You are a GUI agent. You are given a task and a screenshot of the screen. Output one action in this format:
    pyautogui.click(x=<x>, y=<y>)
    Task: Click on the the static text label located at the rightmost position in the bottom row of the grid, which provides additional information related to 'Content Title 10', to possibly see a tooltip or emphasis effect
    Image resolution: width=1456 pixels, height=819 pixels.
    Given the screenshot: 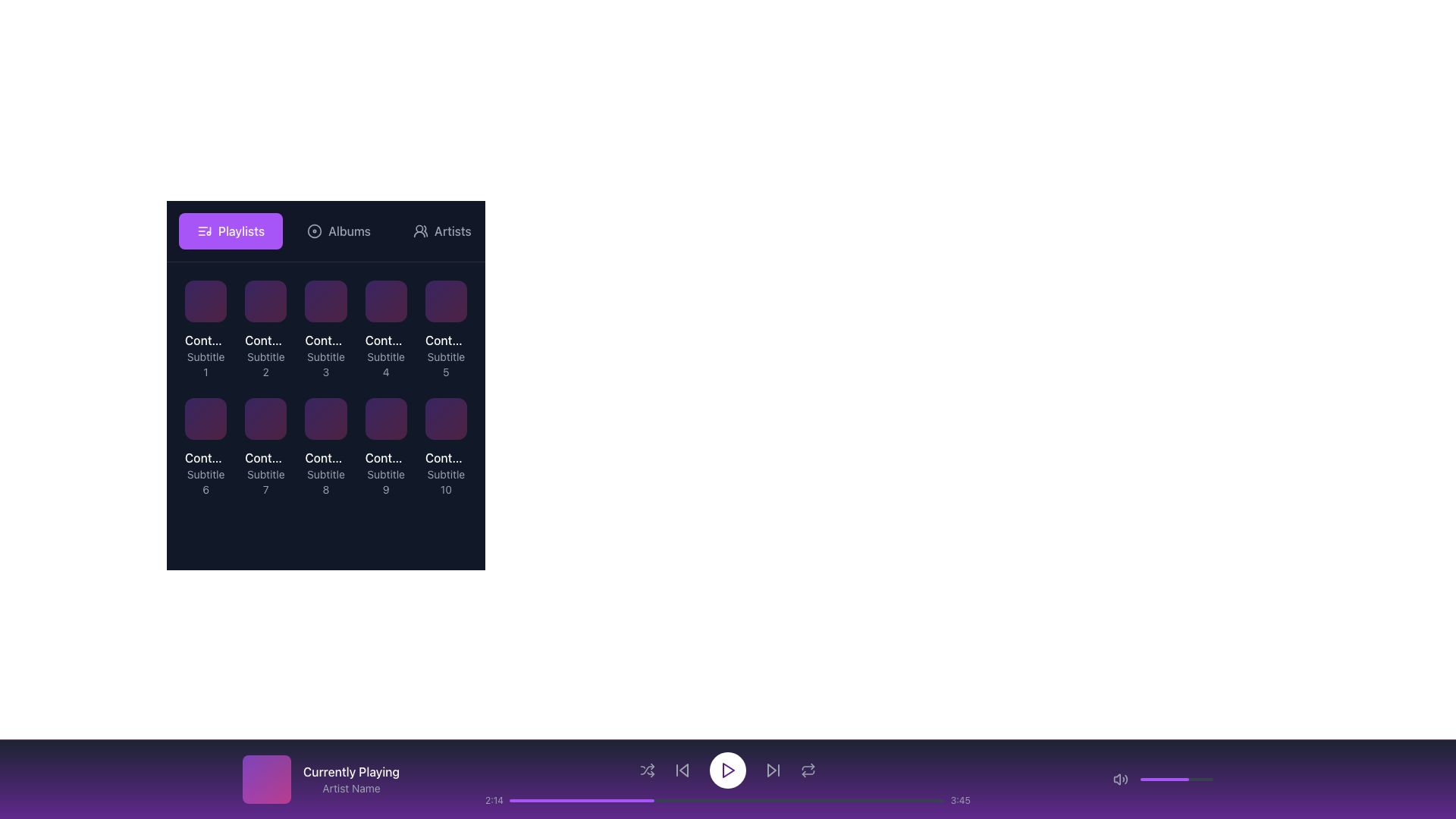 What is the action you would take?
    pyautogui.click(x=445, y=482)
    